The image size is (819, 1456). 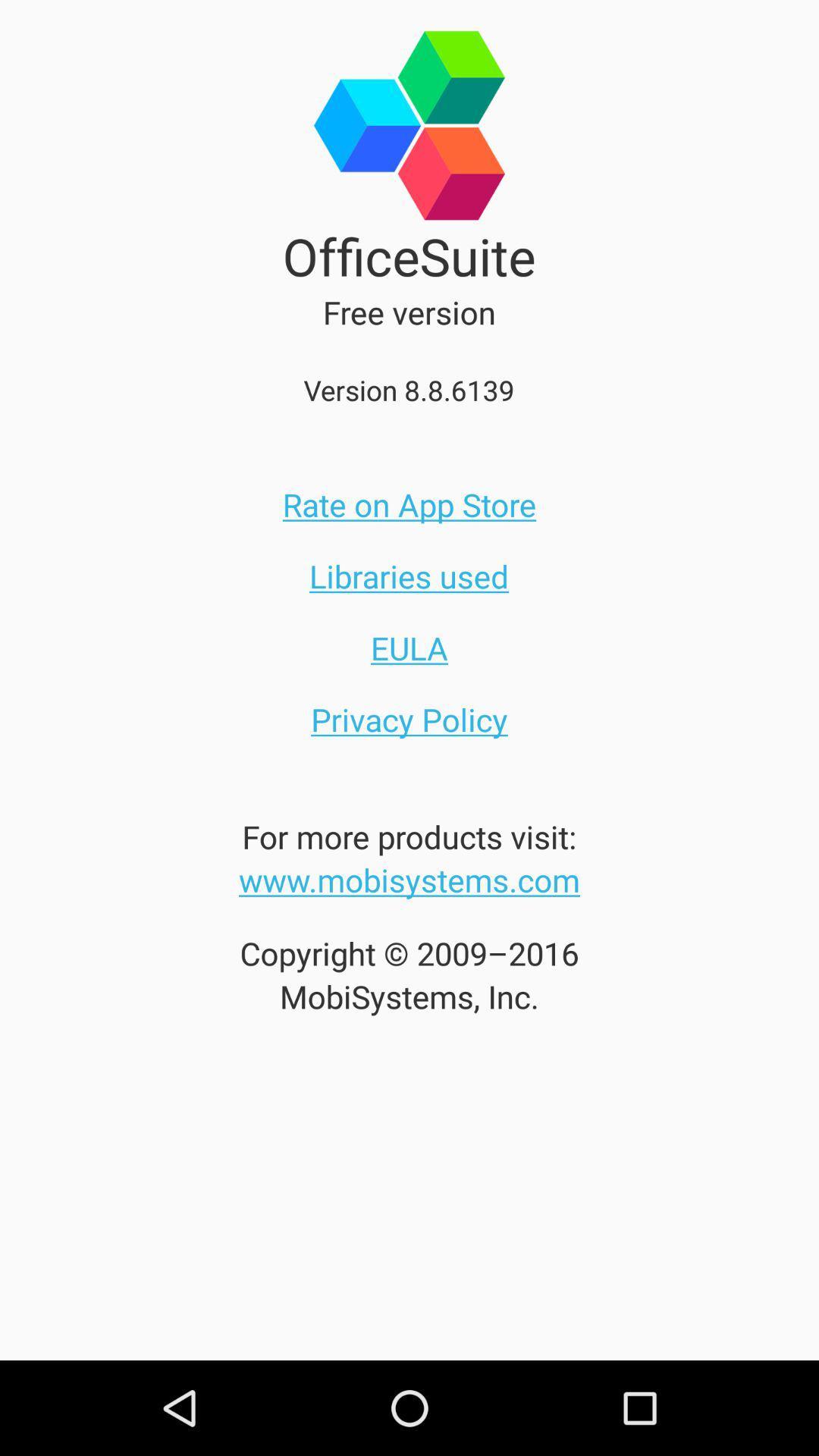 I want to click on the libraries used item, so click(x=408, y=575).